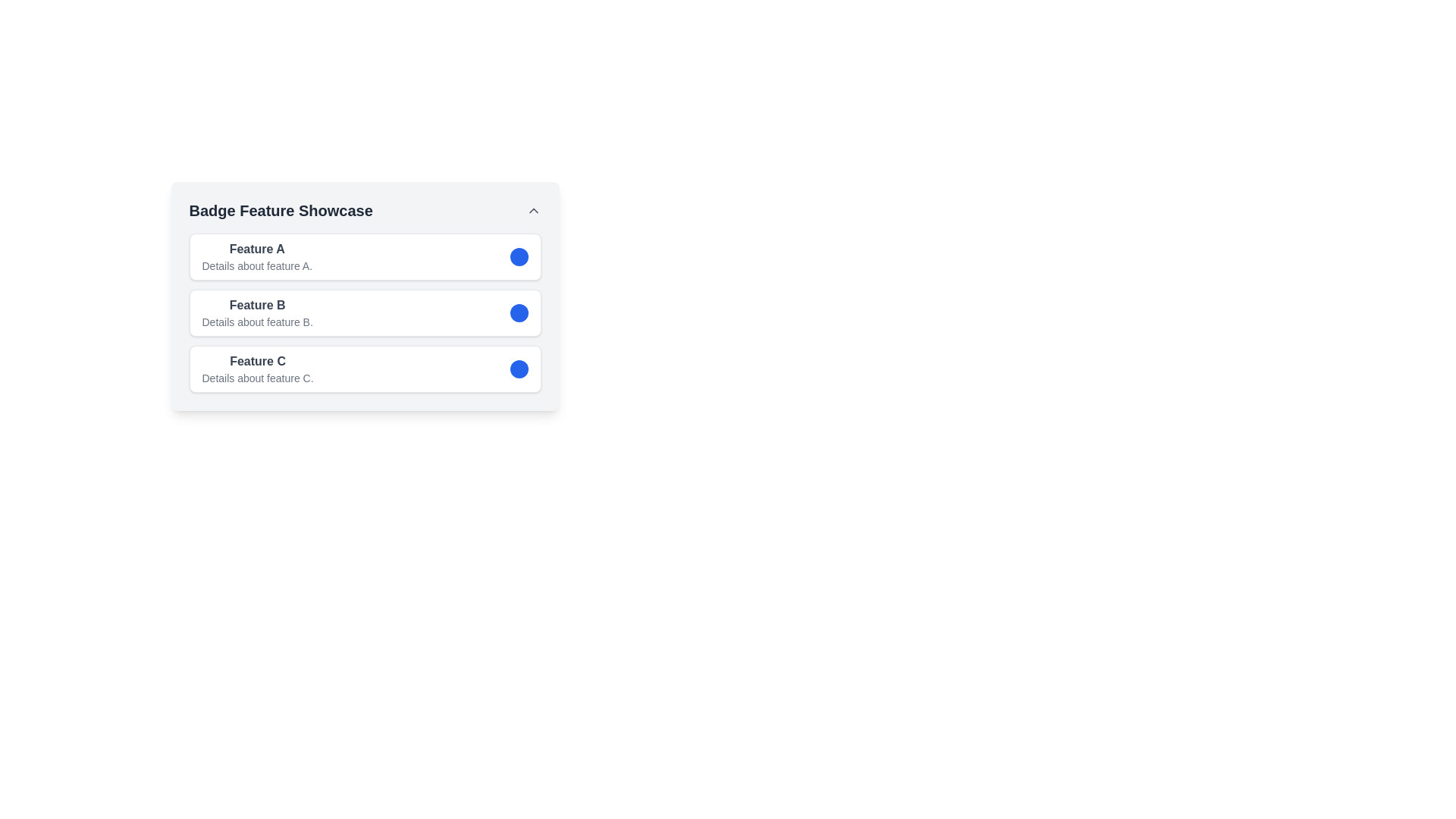 Image resolution: width=1456 pixels, height=819 pixels. I want to click on the Indicator badge indicating the active state of 'Feature C' located in the third row of the 'Badge Feature Showcase' list, so click(519, 369).